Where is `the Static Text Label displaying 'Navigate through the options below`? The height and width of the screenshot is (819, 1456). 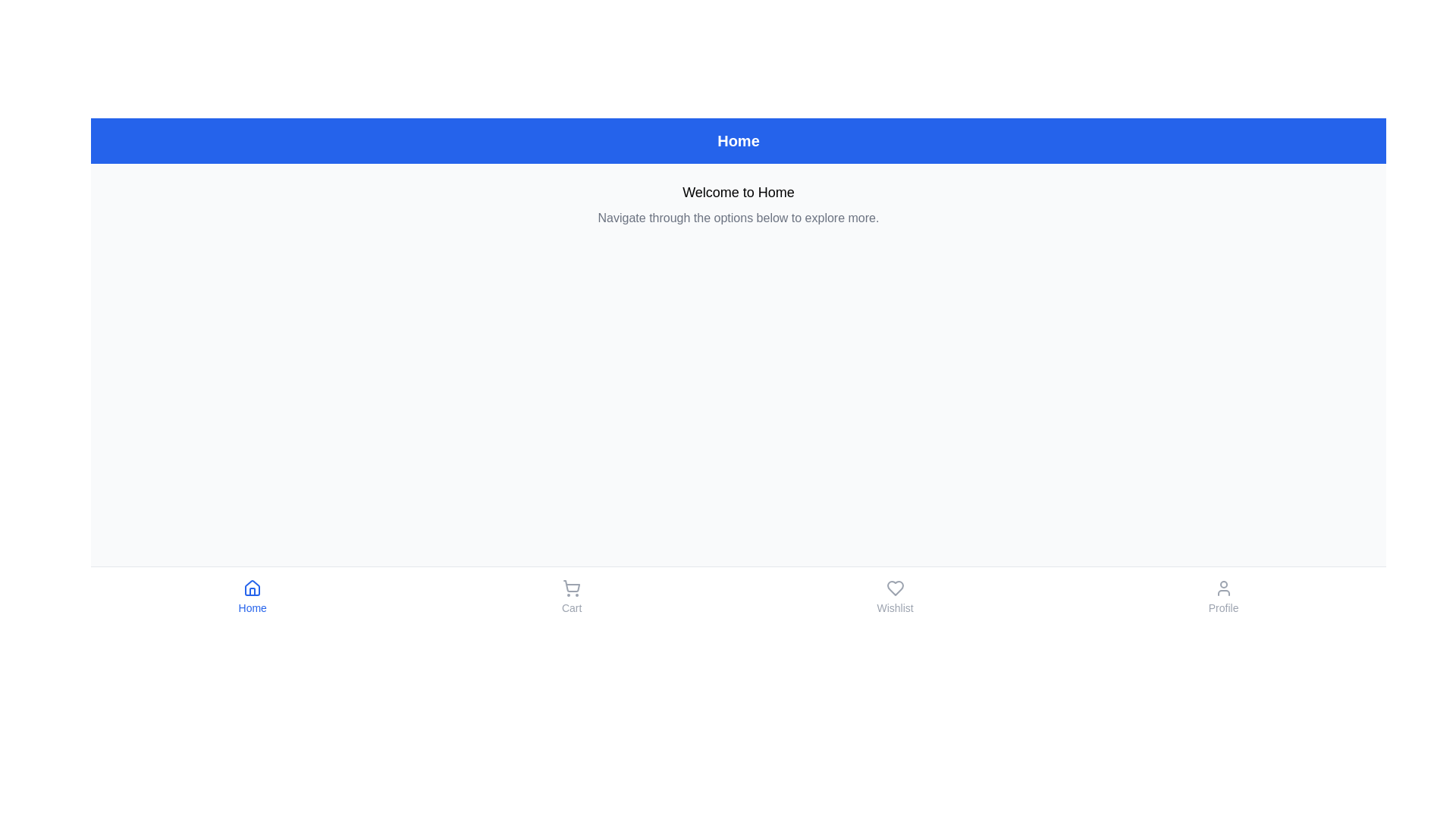
the Static Text Label displaying 'Navigate through the options below is located at coordinates (739, 218).